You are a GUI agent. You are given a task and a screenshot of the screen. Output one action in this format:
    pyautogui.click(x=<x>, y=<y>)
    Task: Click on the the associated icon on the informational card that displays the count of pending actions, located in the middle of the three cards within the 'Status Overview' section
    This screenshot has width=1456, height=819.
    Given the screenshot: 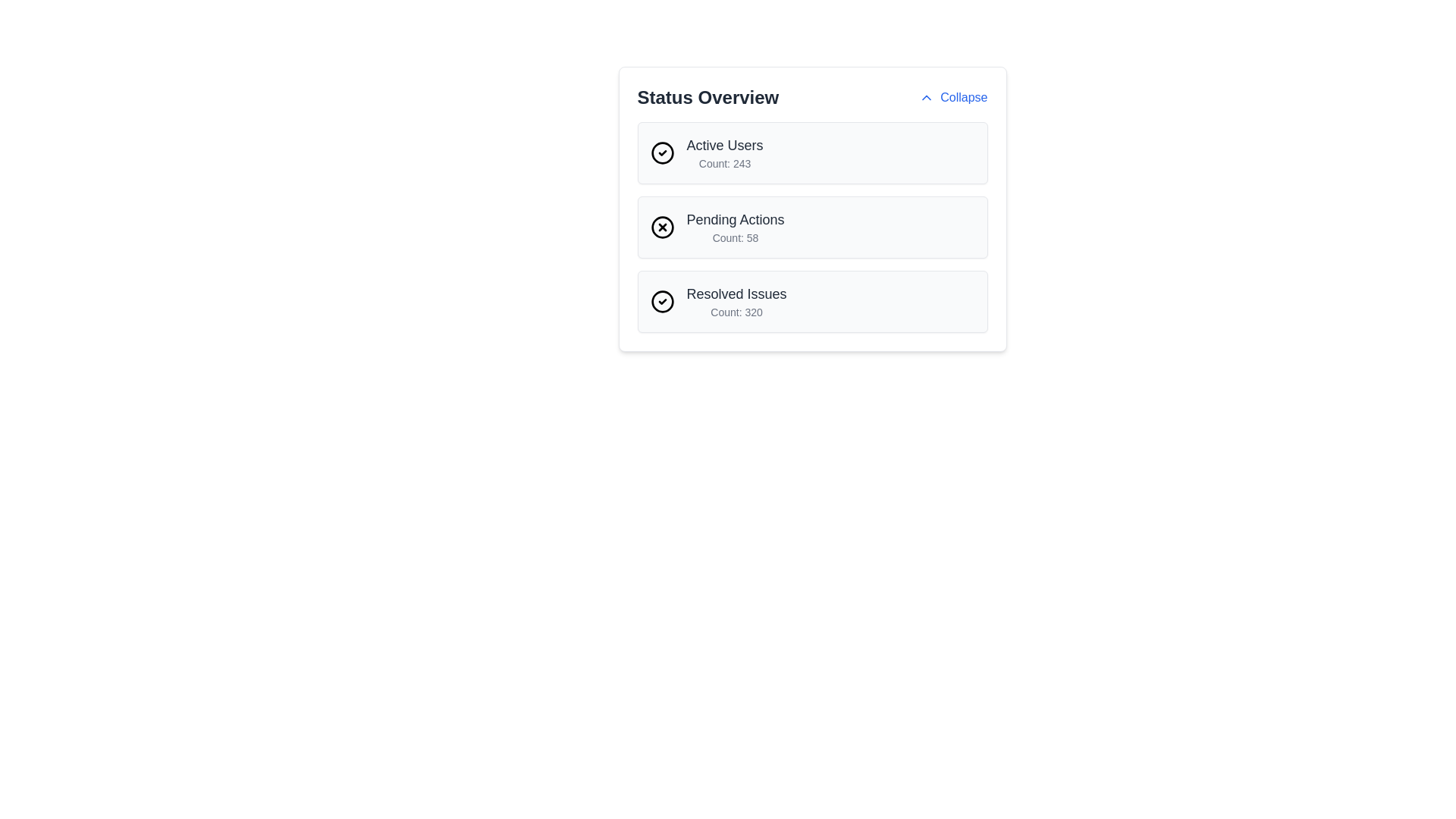 What is the action you would take?
    pyautogui.click(x=811, y=209)
    